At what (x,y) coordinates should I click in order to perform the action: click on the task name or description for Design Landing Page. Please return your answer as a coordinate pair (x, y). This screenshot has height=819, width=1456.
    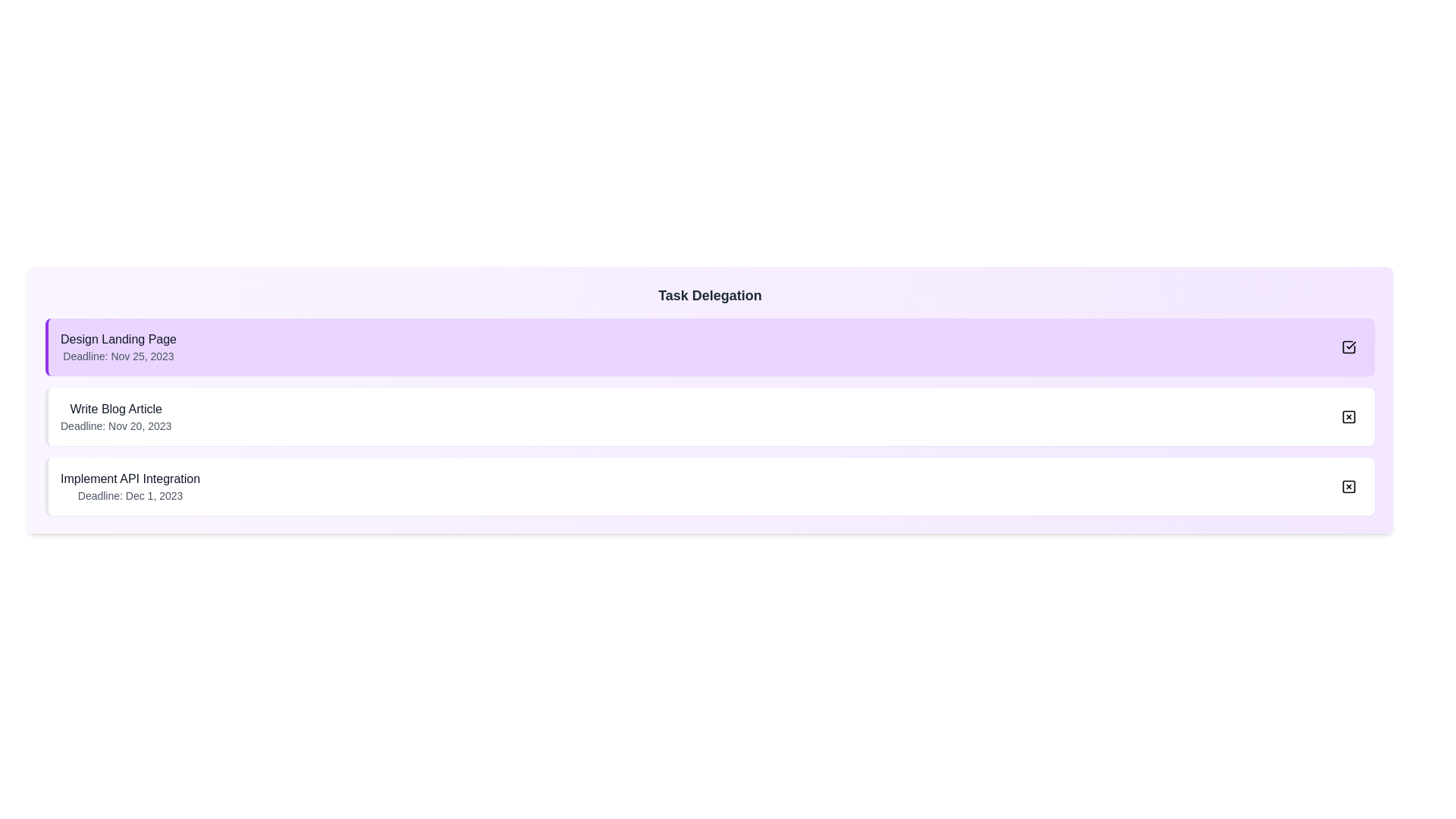
    Looking at the image, I should click on (118, 347).